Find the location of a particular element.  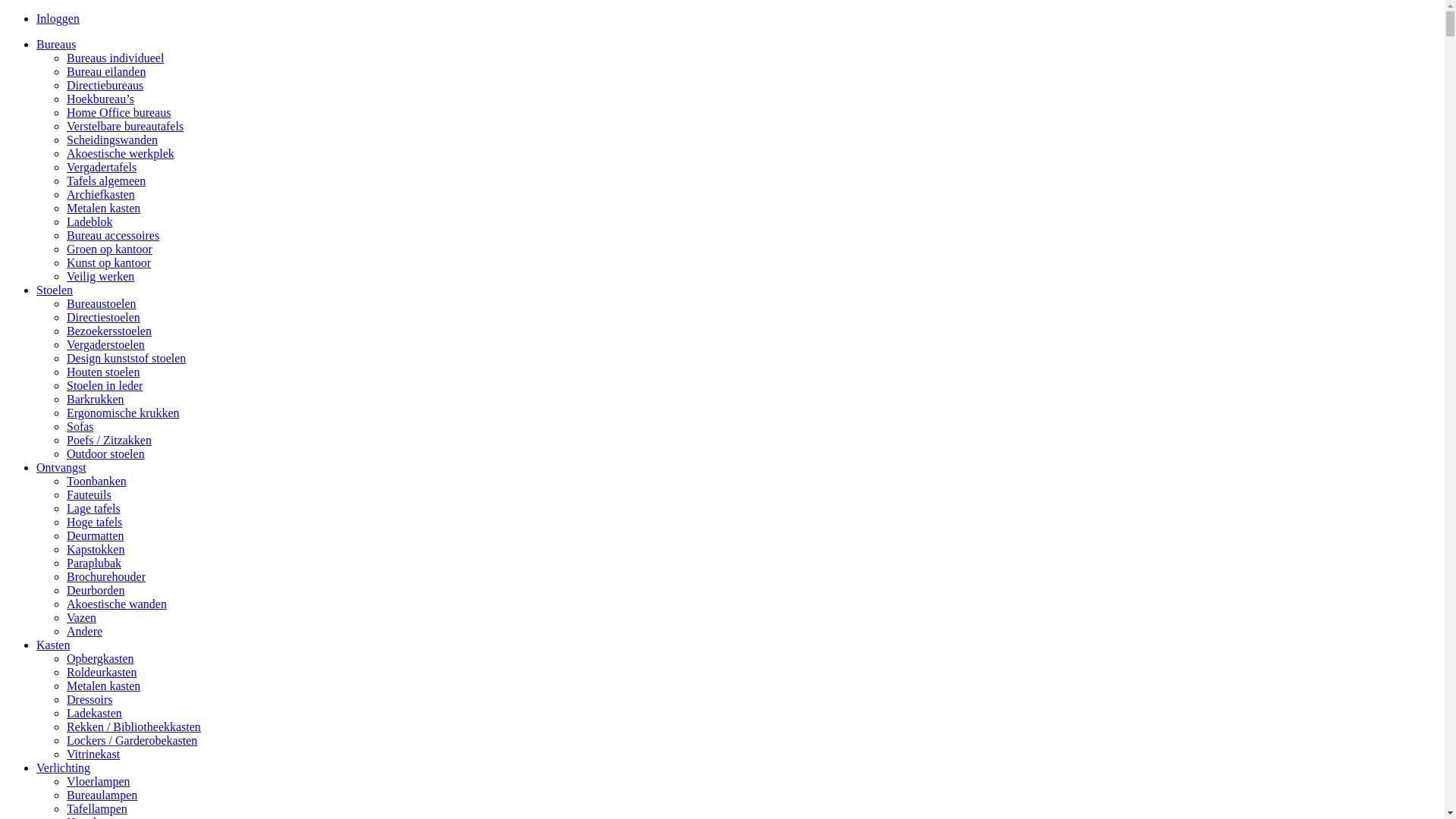

'Lockers / Garderobekasten' is located at coordinates (131, 739).